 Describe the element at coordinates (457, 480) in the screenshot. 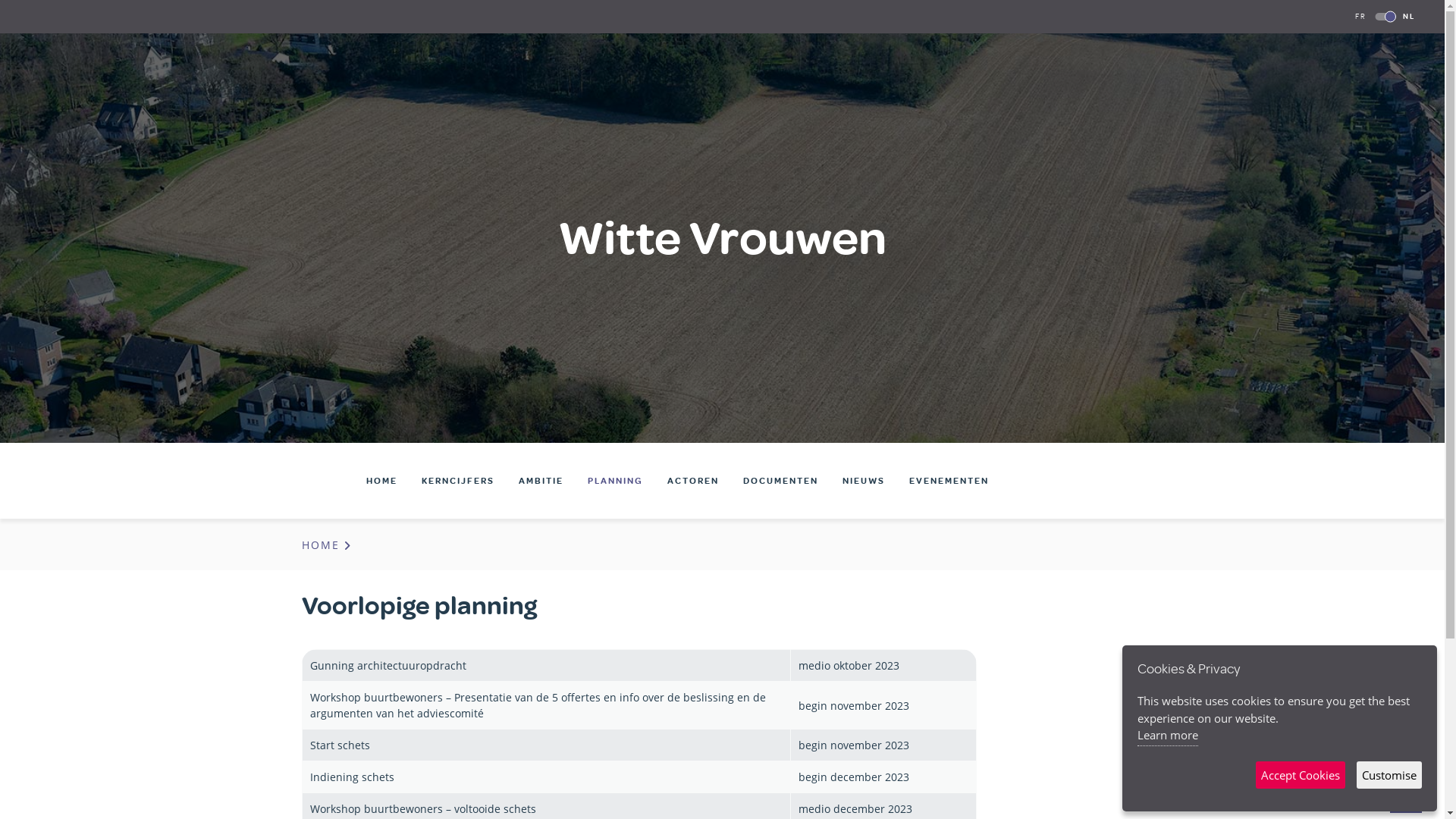

I see `'KERNCIJFERS'` at that location.